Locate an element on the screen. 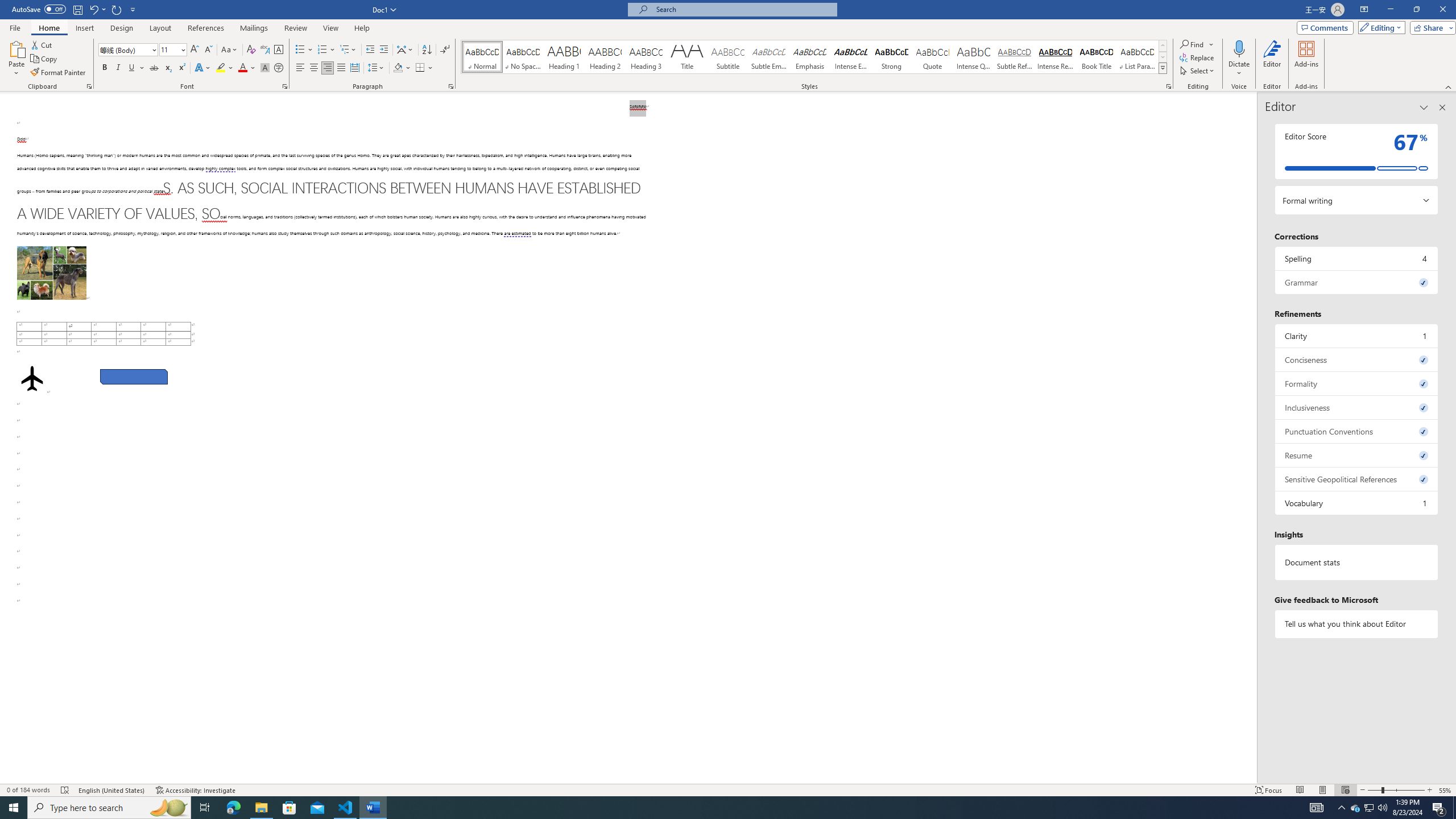 The width and height of the screenshot is (1456, 819). 'Office Clipboard...' is located at coordinates (88, 85).